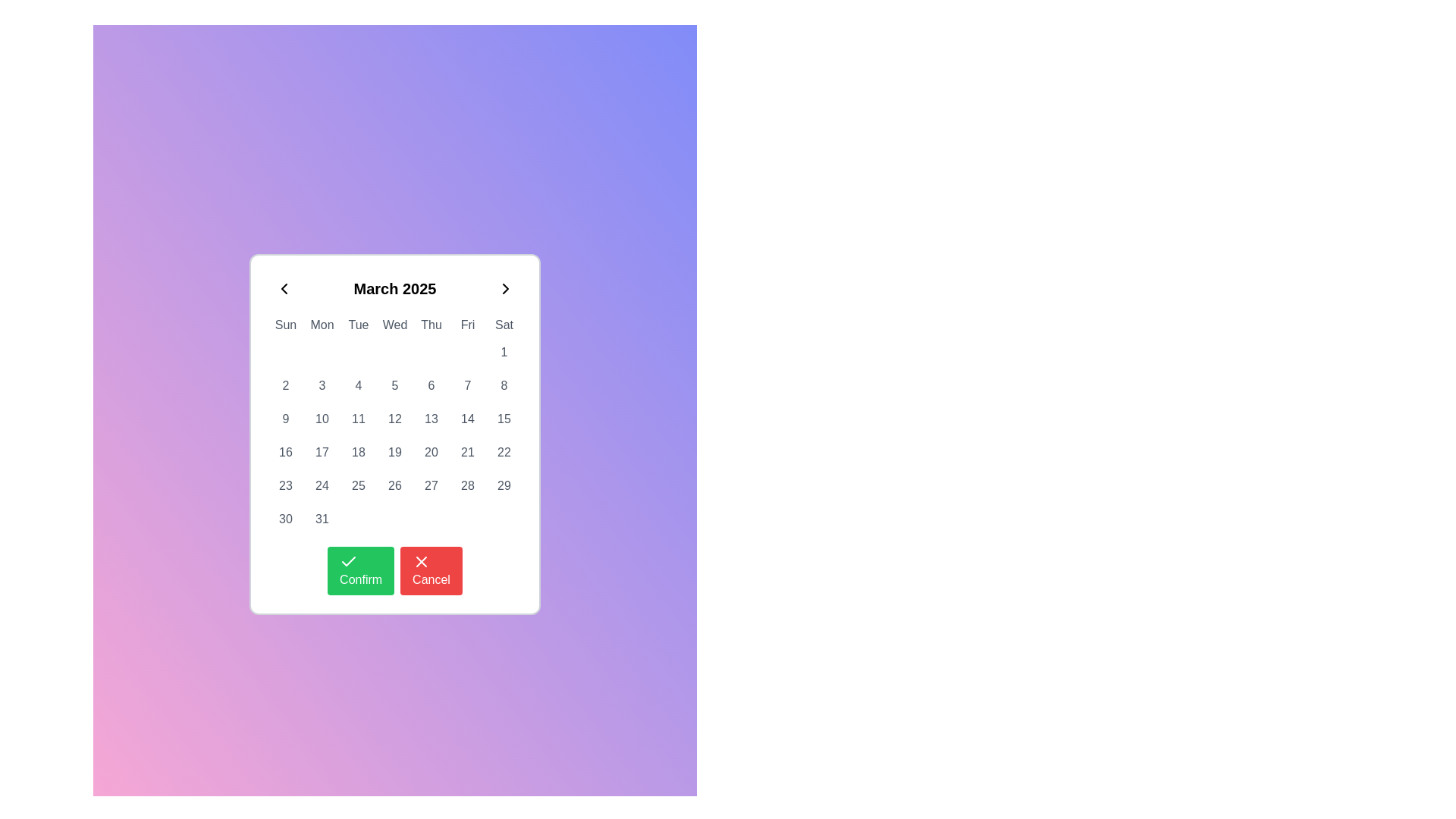 The height and width of the screenshot is (819, 1456). I want to click on the navigational arrow, a chevron pointing to the right, located at the top-right corner of the calendar interface near the text 'March 2025', so click(506, 289).